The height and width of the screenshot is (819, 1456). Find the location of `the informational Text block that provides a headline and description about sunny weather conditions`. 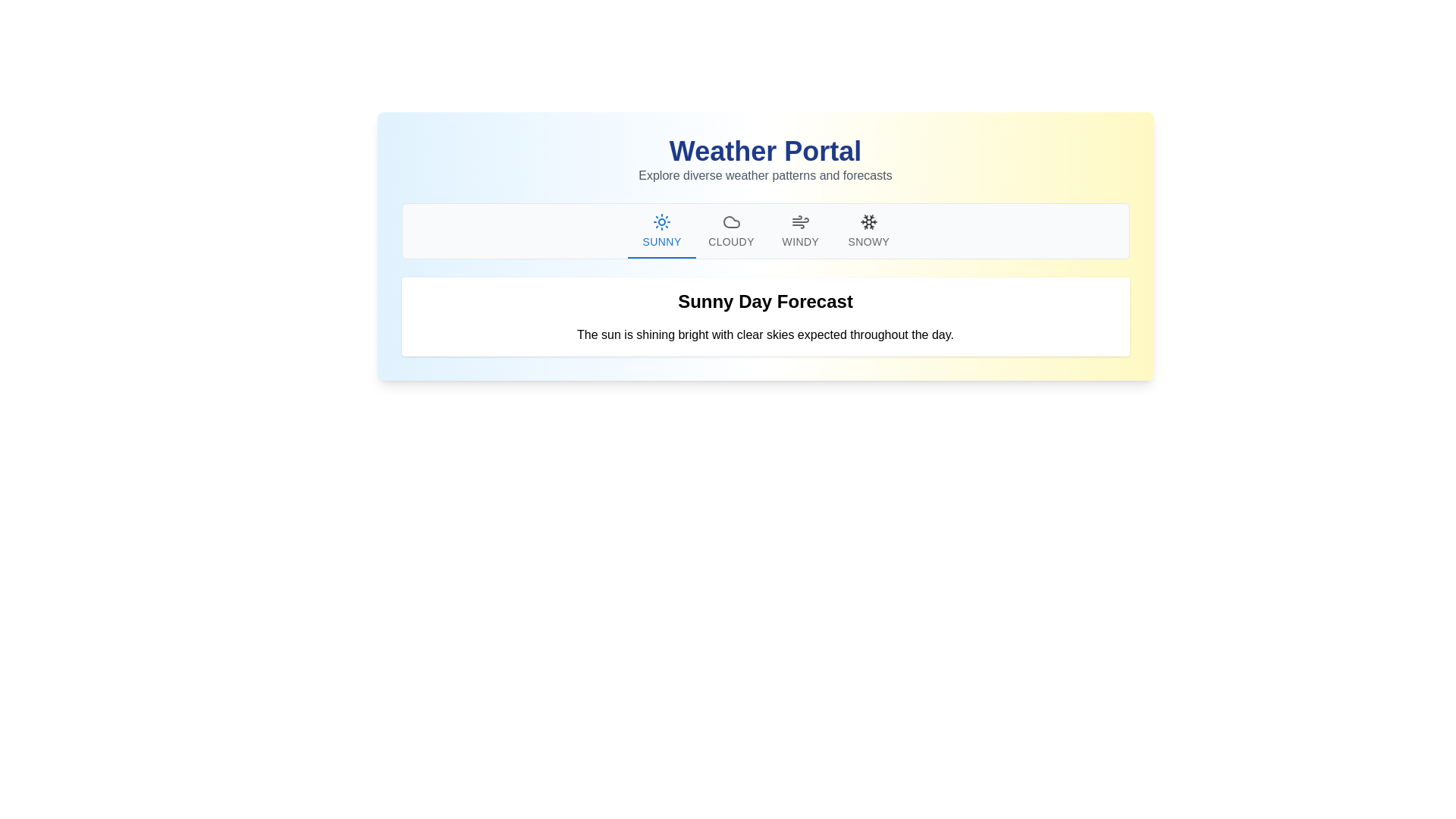

the informational Text block that provides a headline and description about sunny weather conditions is located at coordinates (765, 315).